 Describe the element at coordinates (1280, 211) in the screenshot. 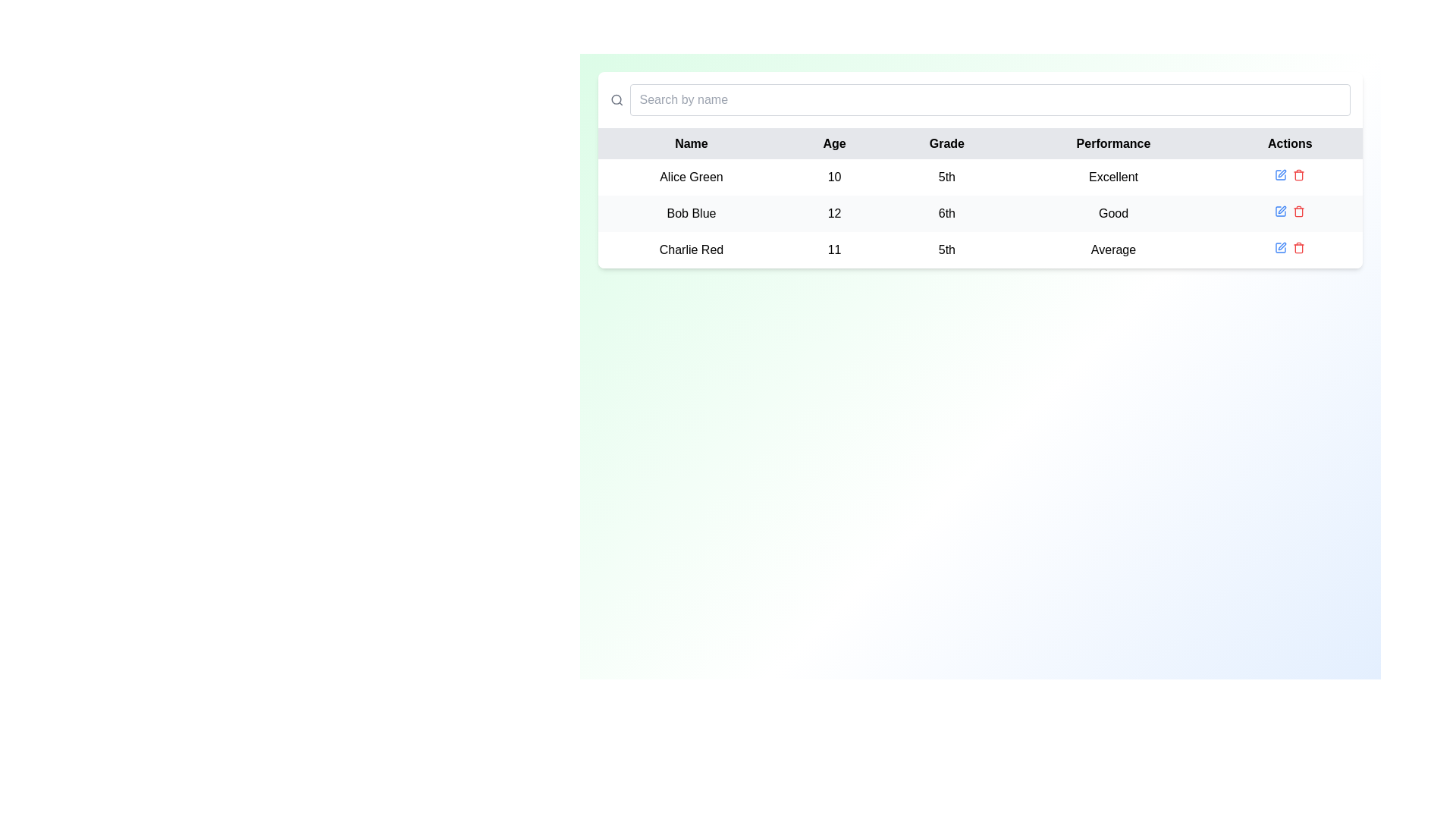

I see `the edit icon in the 'Actions' column of the second row to initiate editing for the 'Bob Blue' row` at that location.